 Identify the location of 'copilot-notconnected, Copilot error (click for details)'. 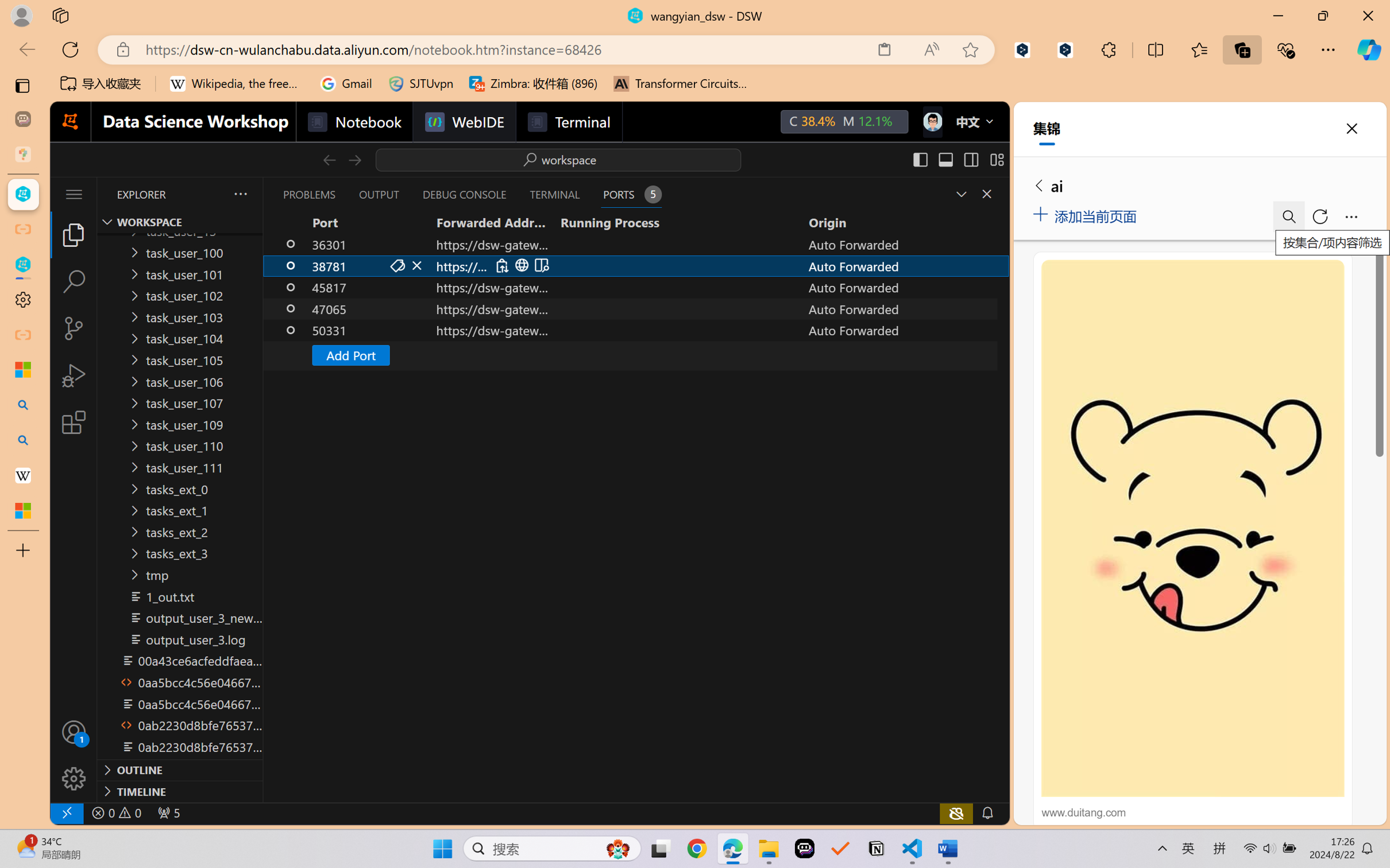
(956, 812).